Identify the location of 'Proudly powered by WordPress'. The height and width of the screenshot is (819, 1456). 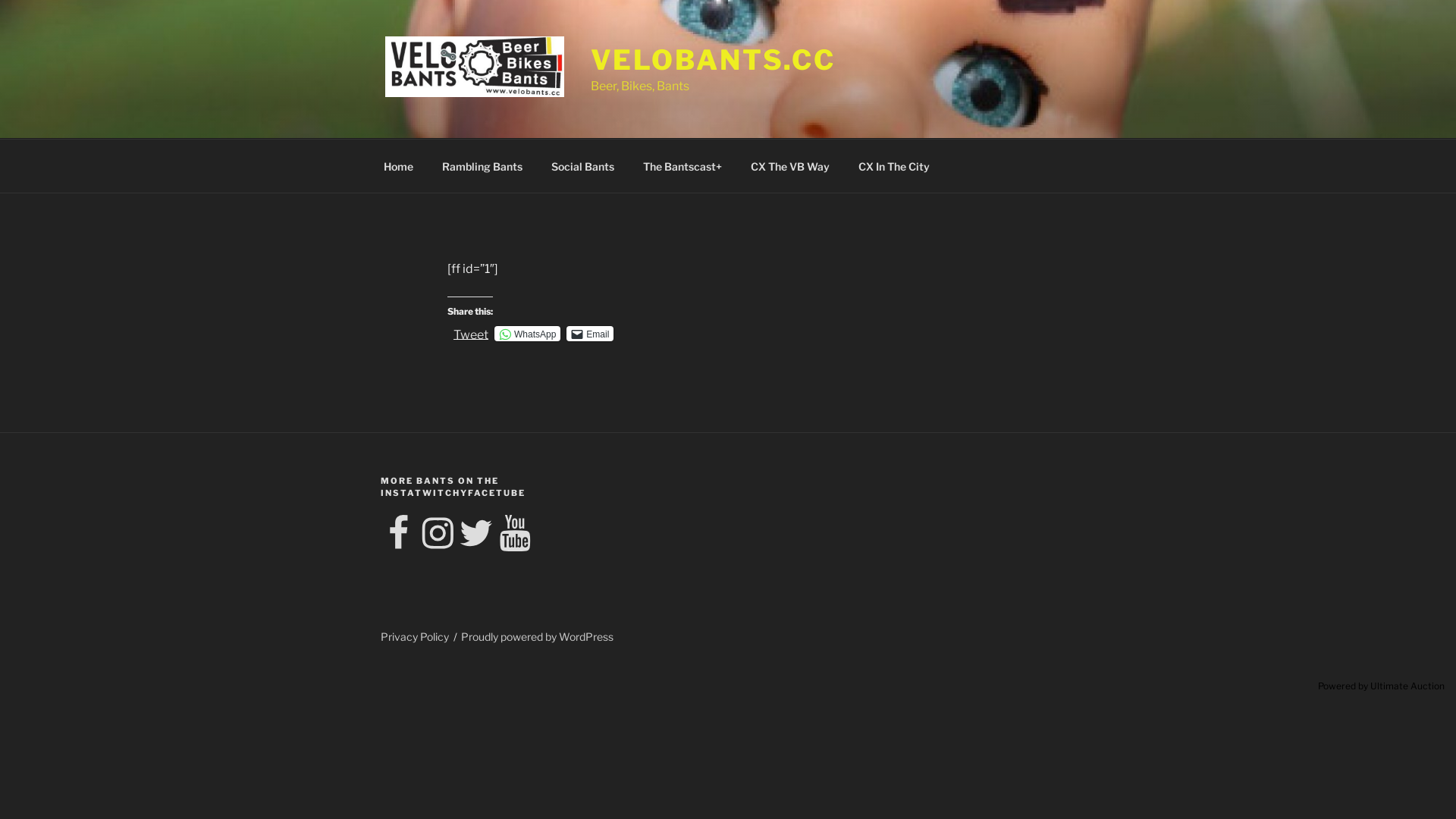
(537, 636).